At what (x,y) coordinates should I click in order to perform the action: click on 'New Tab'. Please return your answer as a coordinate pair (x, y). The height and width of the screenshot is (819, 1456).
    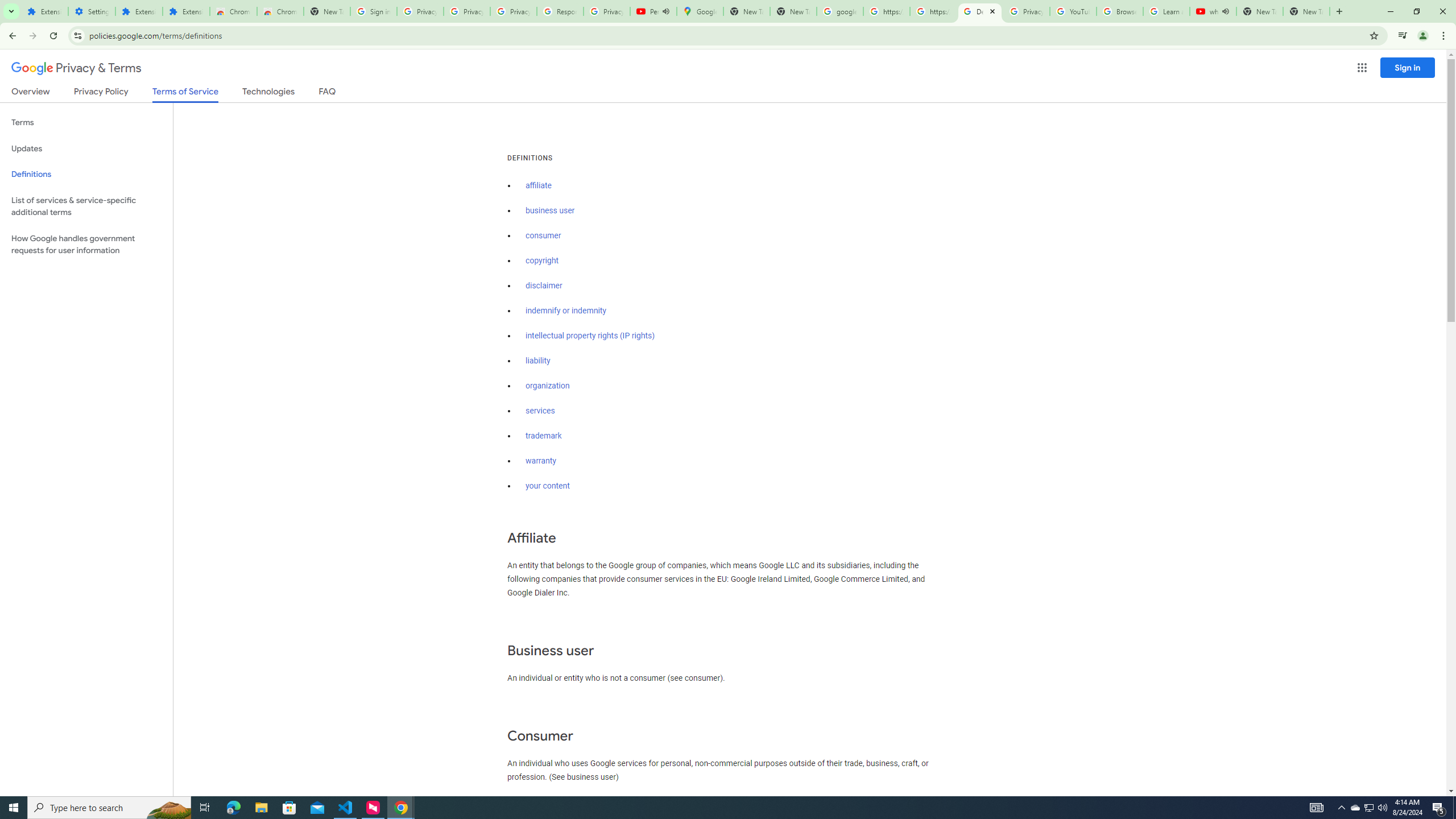
    Looking at the image, I should click on (1306, 11).